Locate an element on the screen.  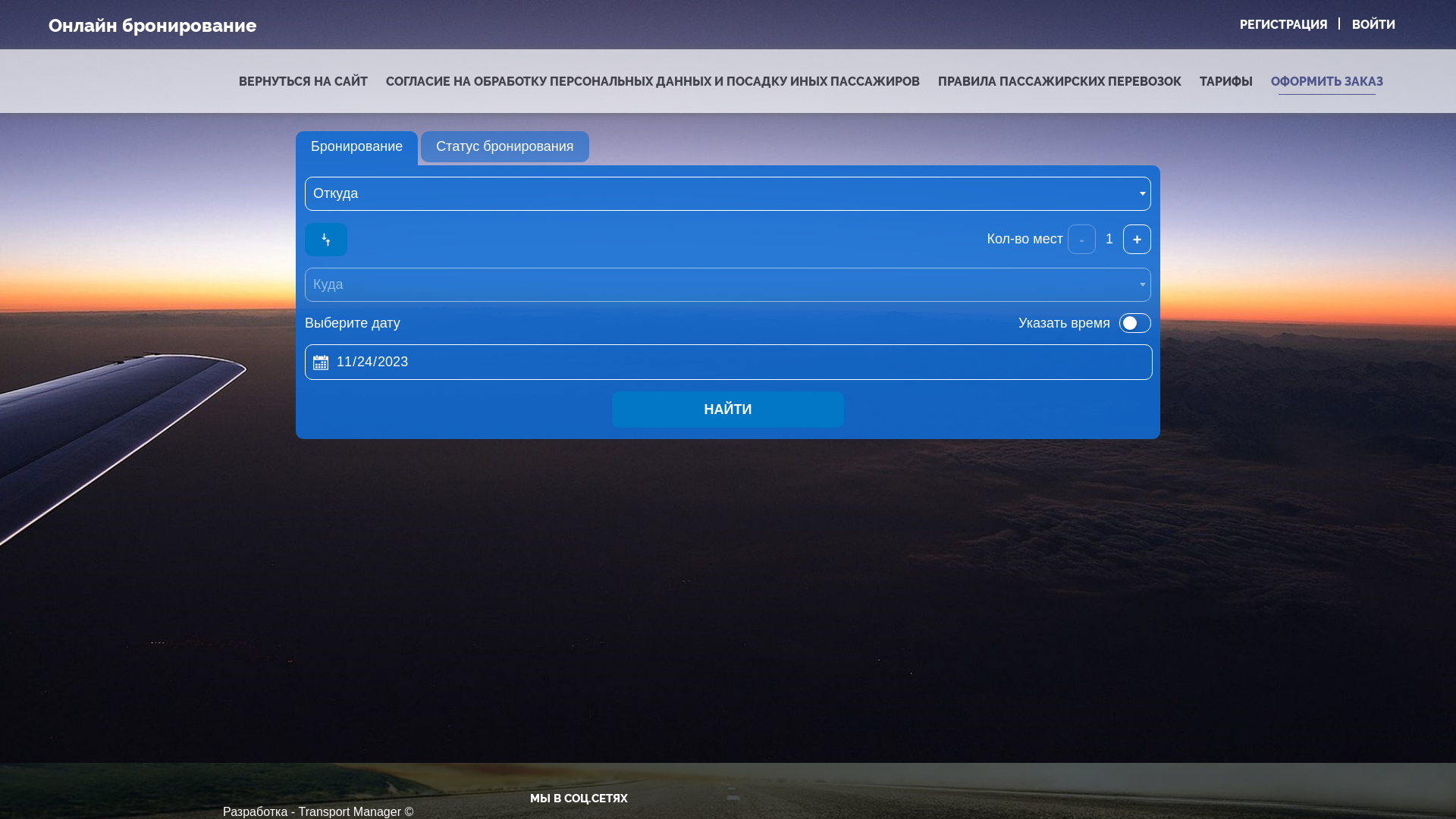
'Transport Manager' is located at coordinates (349, 811).